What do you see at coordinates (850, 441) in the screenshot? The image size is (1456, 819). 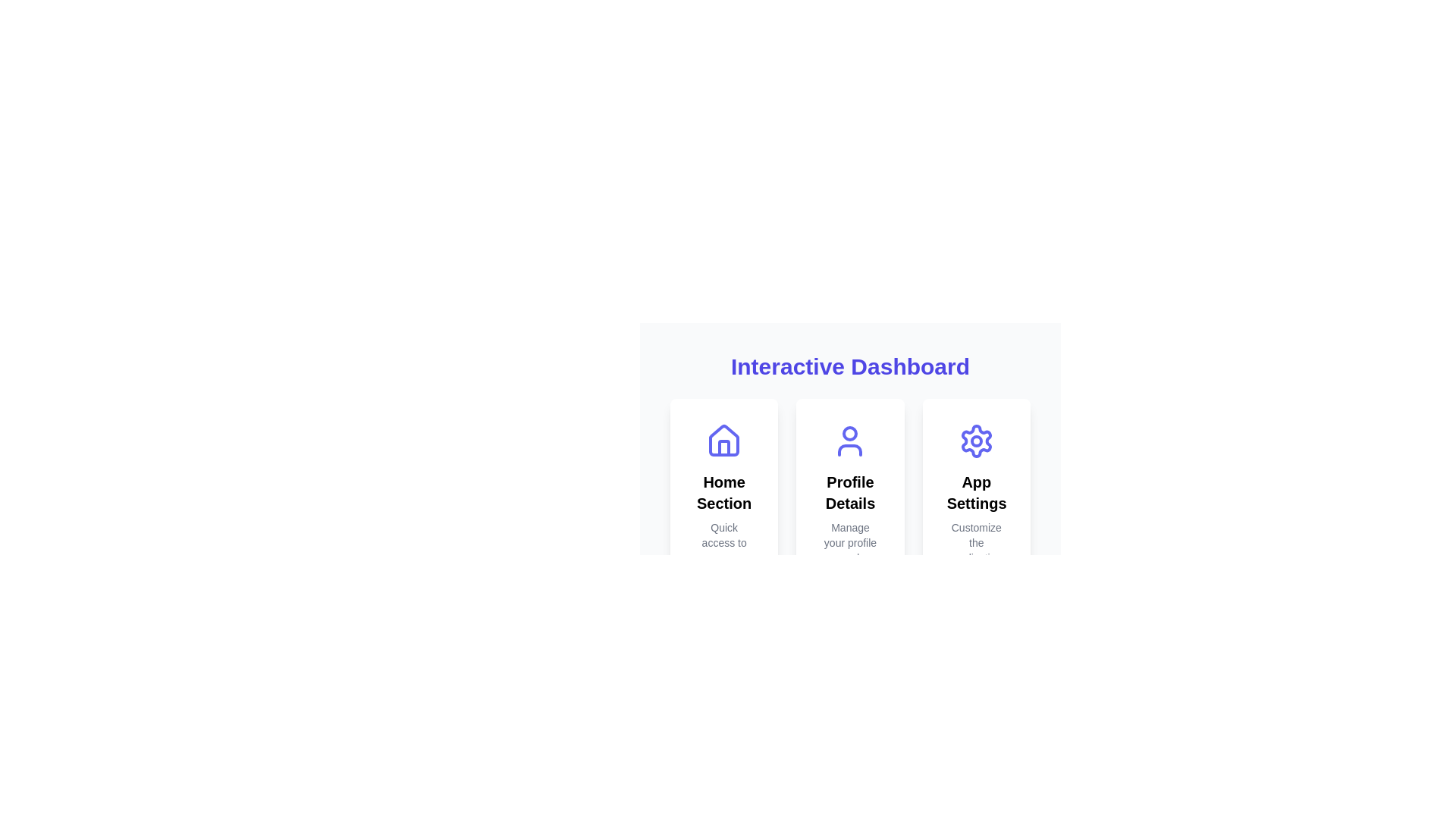 I see `the user icon styled in blue, located centrally within the white card labeled 'Profile Details'` at bounding box center [850, 441].